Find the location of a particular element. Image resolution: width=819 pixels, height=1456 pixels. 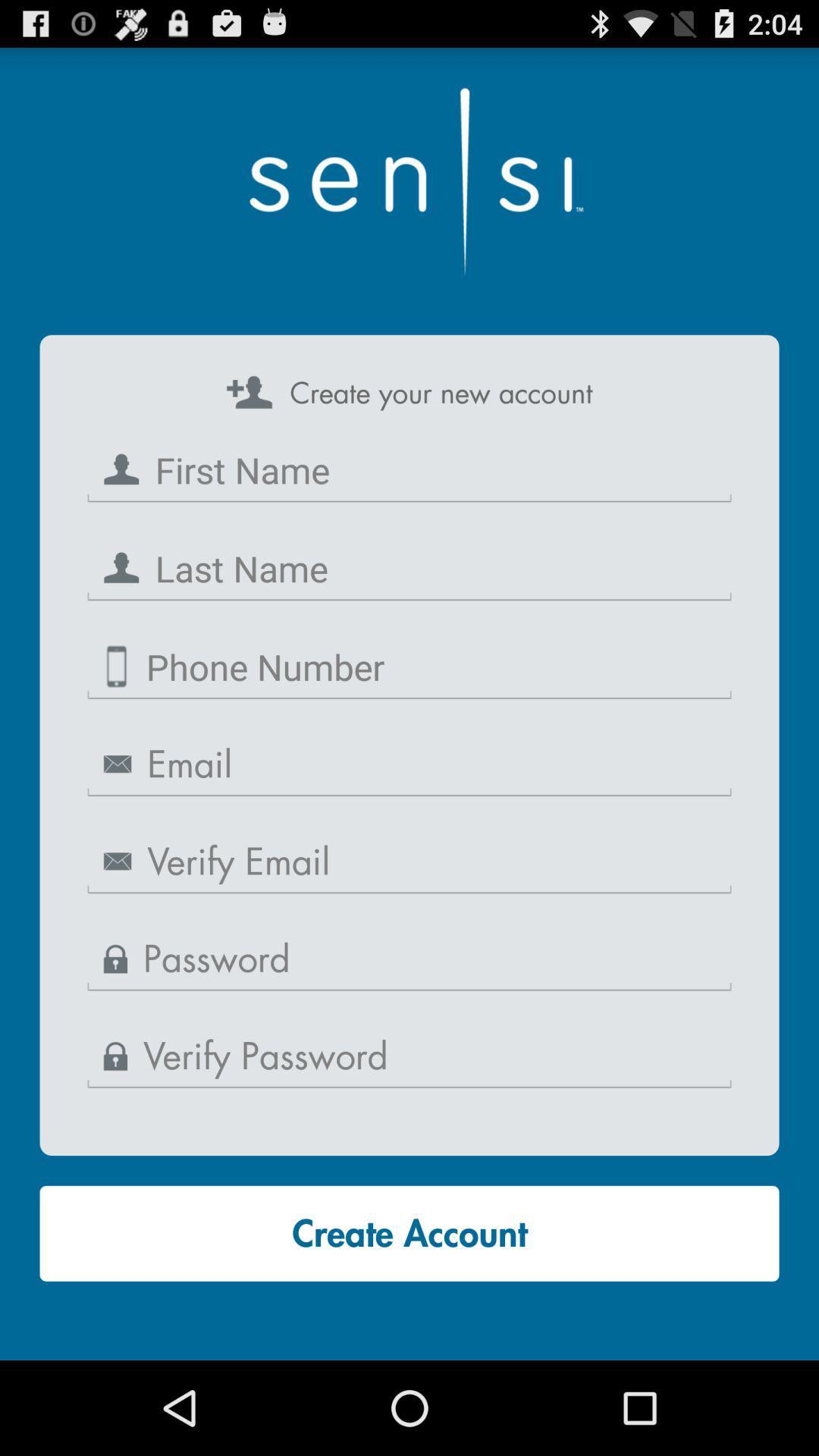

sine in with password is located at coordinates (409, 959).